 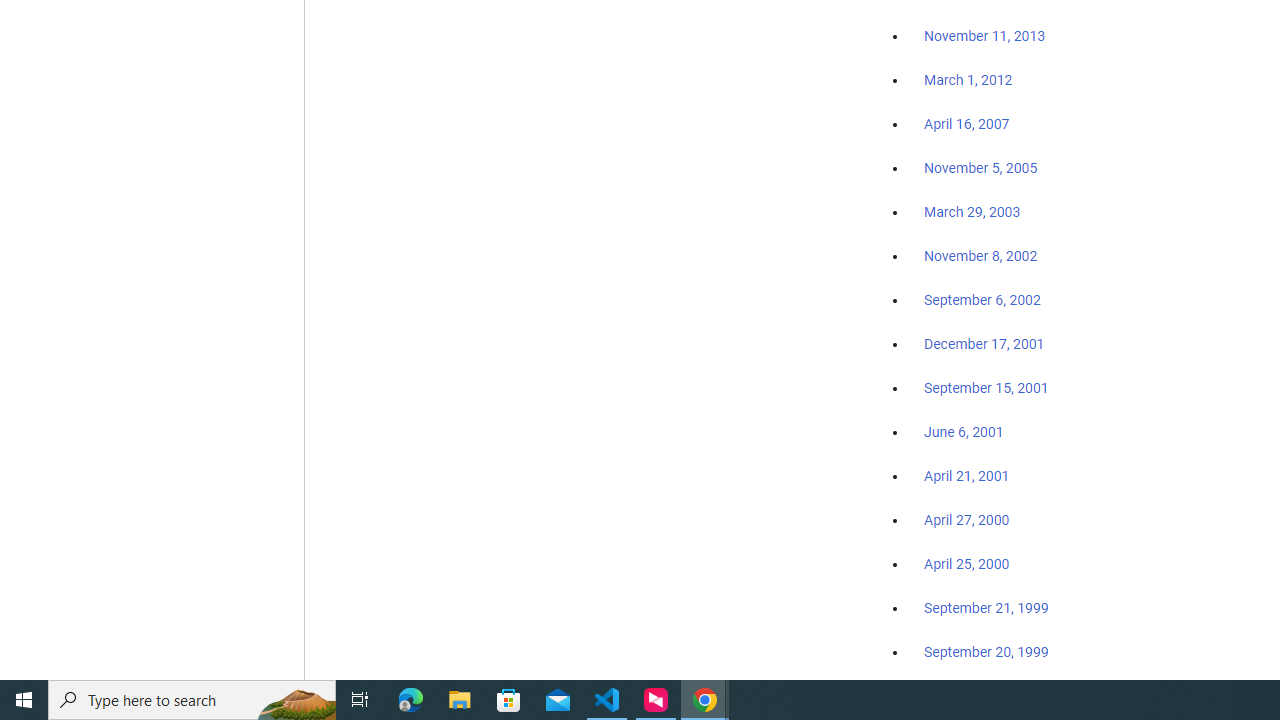 I want to click on 'June 6, 2001', so click(x=963, y=431).